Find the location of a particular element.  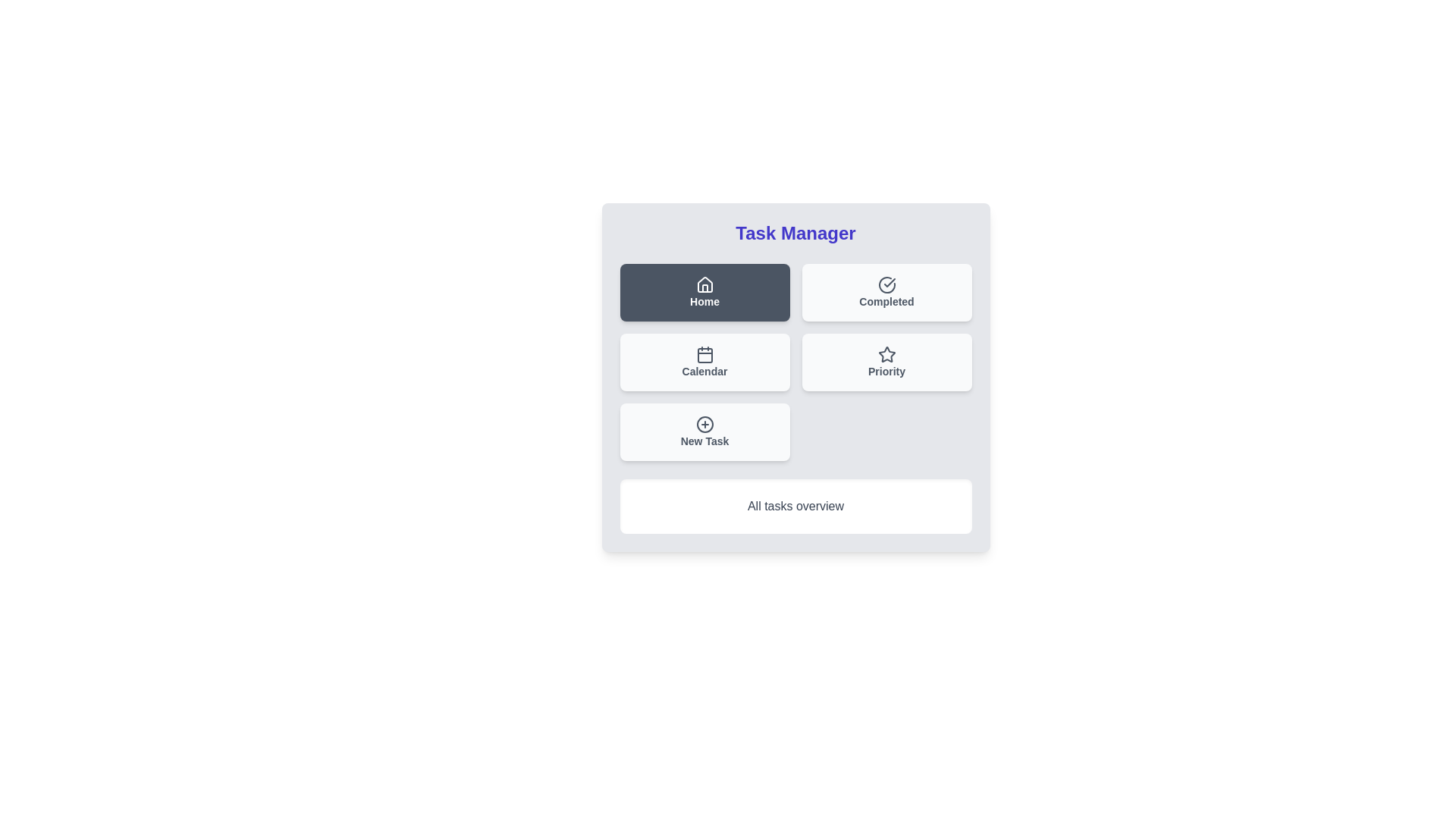

the plus sign icon with a gray stroke located in the 'New Task' button group, positioned directly above the 'New Task' label is located at coordinates (704, 424).